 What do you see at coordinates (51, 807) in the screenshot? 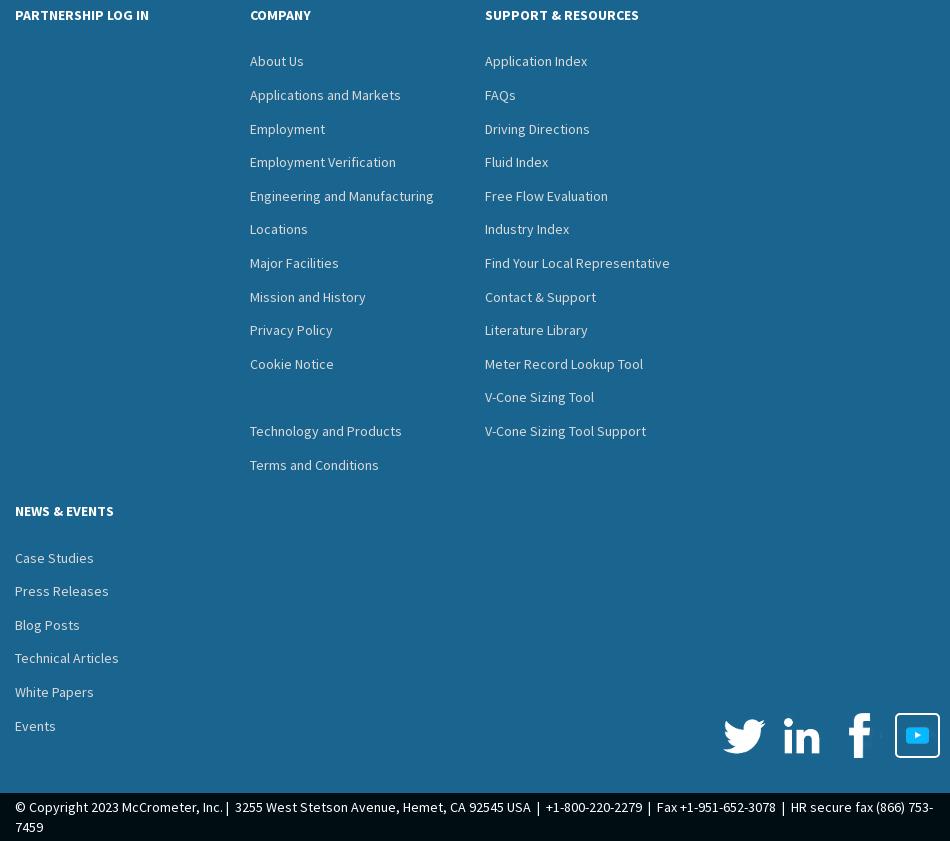
I see `'© Copyright'` at bounding box center [51, 807].